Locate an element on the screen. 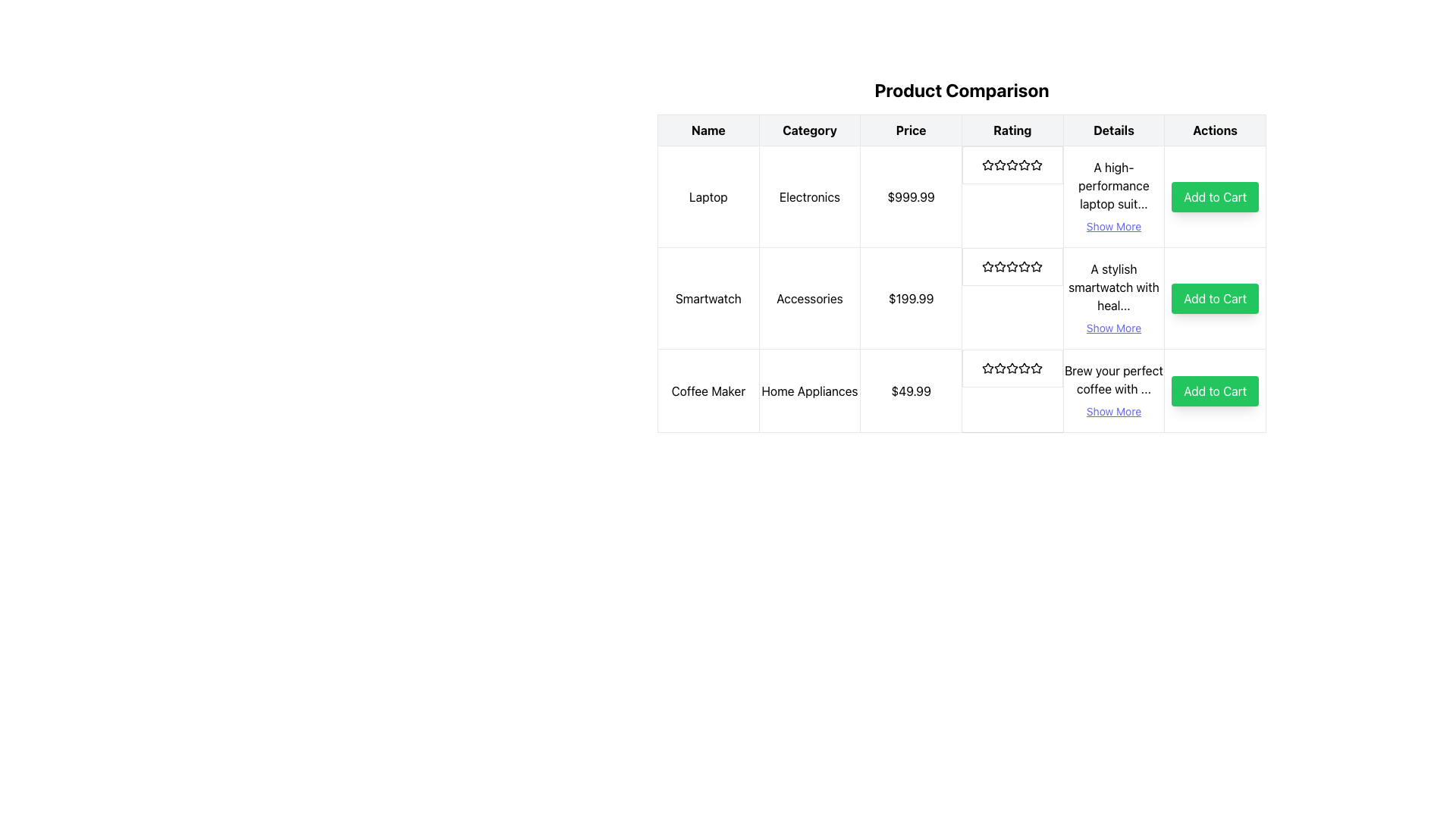  the 'Show More' link for the 'Coffee Maker' item is located at coordinates (1113, 412).